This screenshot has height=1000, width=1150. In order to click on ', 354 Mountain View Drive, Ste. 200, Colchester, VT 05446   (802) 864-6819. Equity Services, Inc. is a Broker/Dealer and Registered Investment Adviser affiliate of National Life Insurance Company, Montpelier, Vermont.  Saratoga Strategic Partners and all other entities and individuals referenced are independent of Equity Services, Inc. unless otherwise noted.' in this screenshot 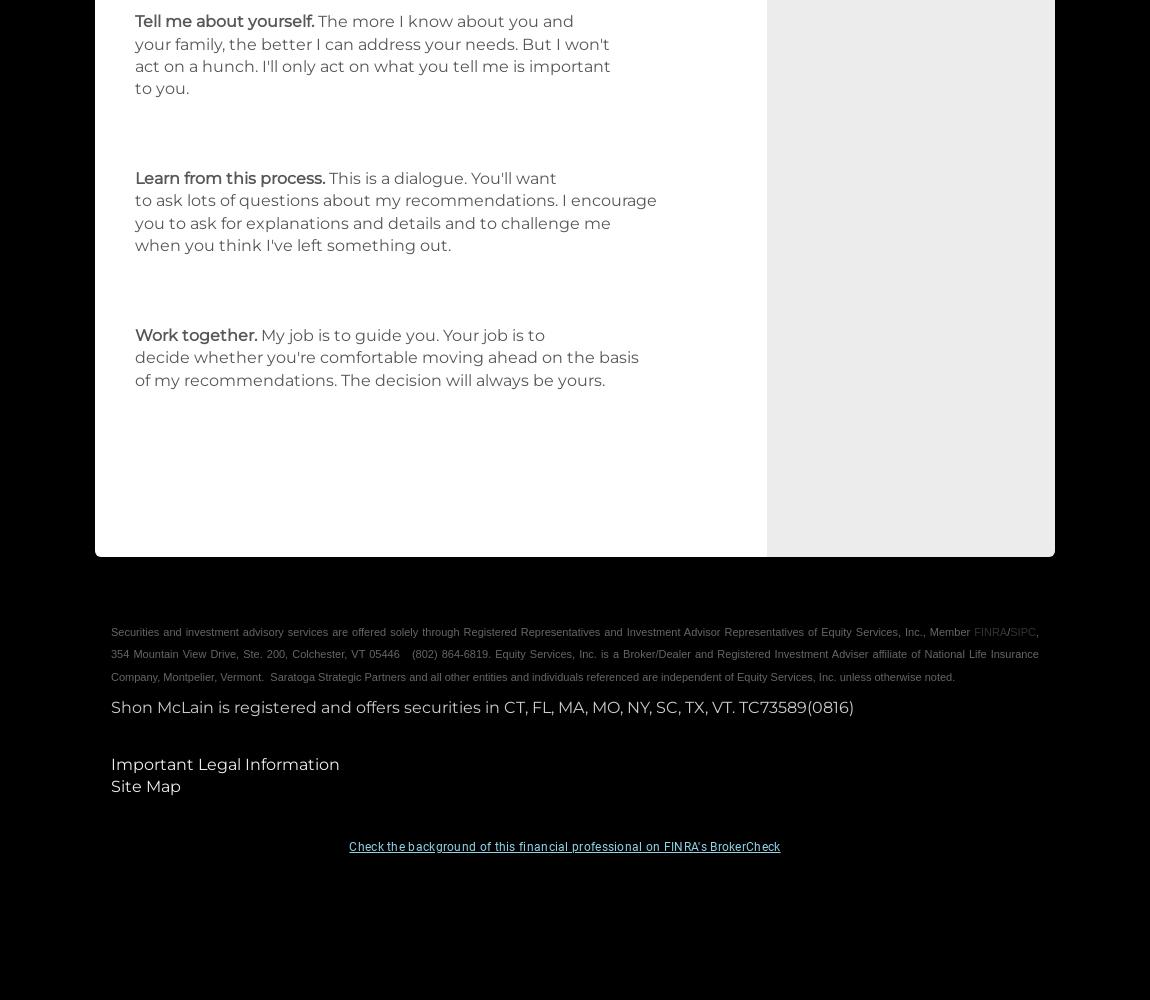, I will do `click(575, 653)`.